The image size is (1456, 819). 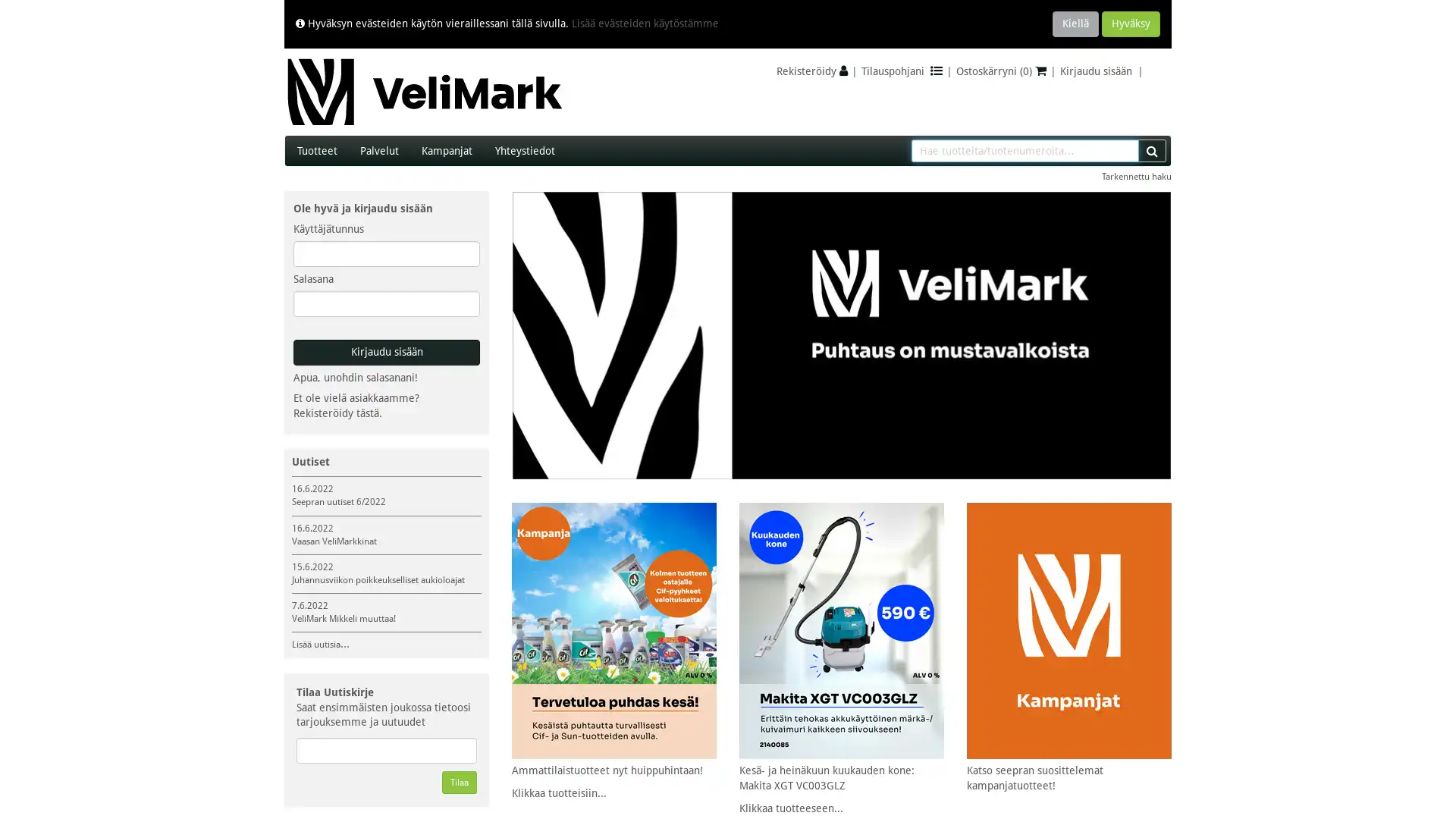 I want to click on Hyvaksy, so click(x=1131, y=24).